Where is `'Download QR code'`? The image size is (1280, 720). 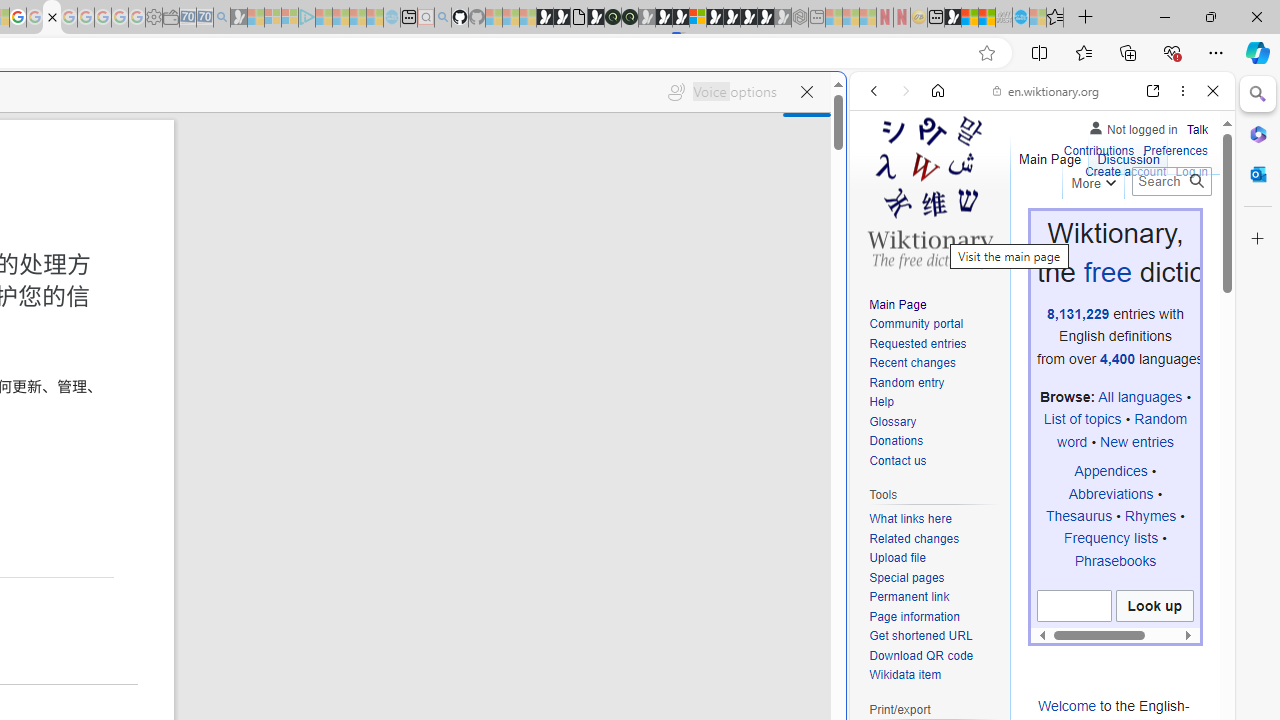
'Download QR code' is located at coordinates (920, 655).